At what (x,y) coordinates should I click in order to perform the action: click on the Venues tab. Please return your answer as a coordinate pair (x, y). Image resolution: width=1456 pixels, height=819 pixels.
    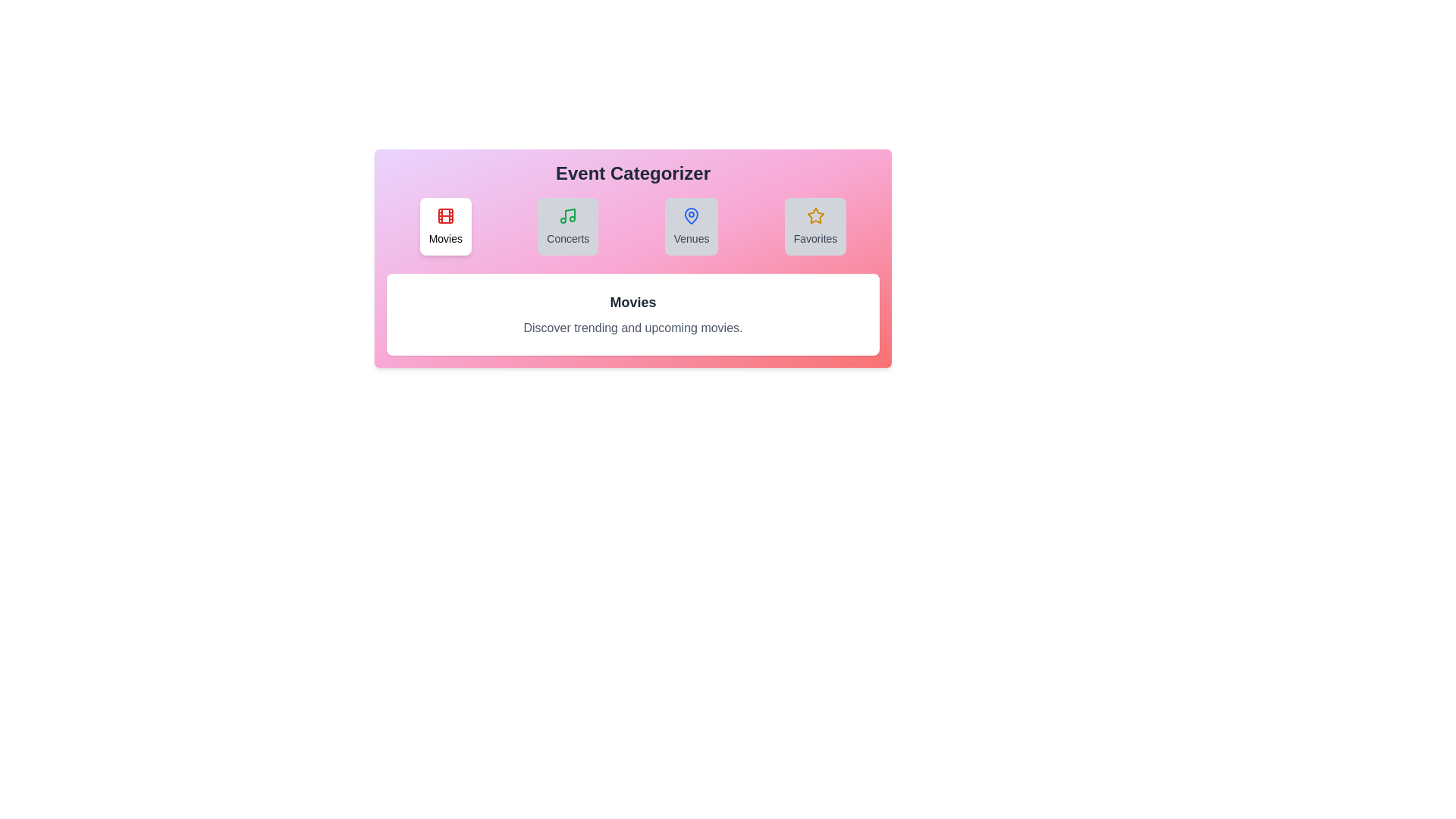
    Looking at the image, I should click on (691, 227).